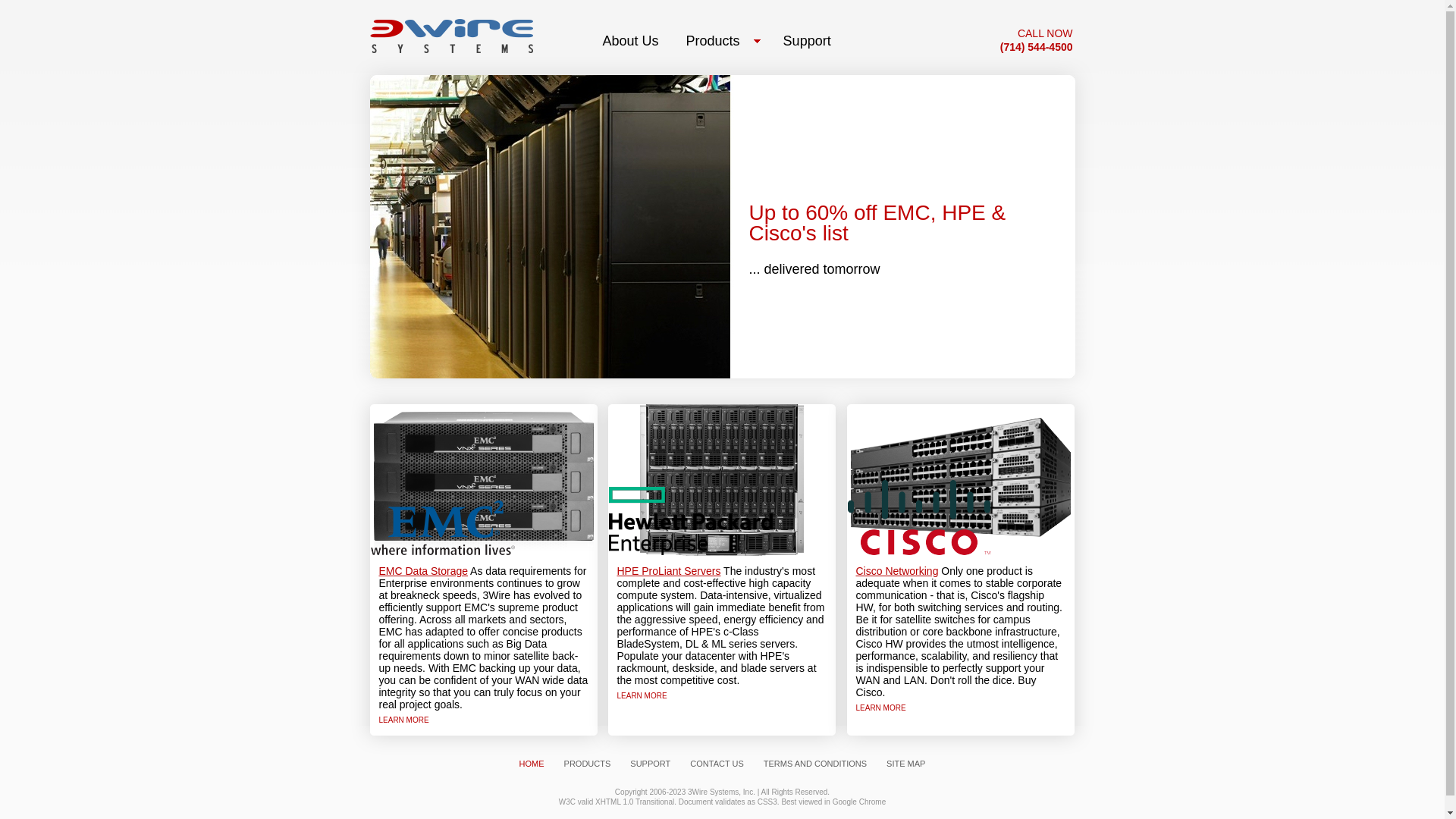 The image size is (1456, 819). I want to click on 'SUPPORT', so click(650, 763).